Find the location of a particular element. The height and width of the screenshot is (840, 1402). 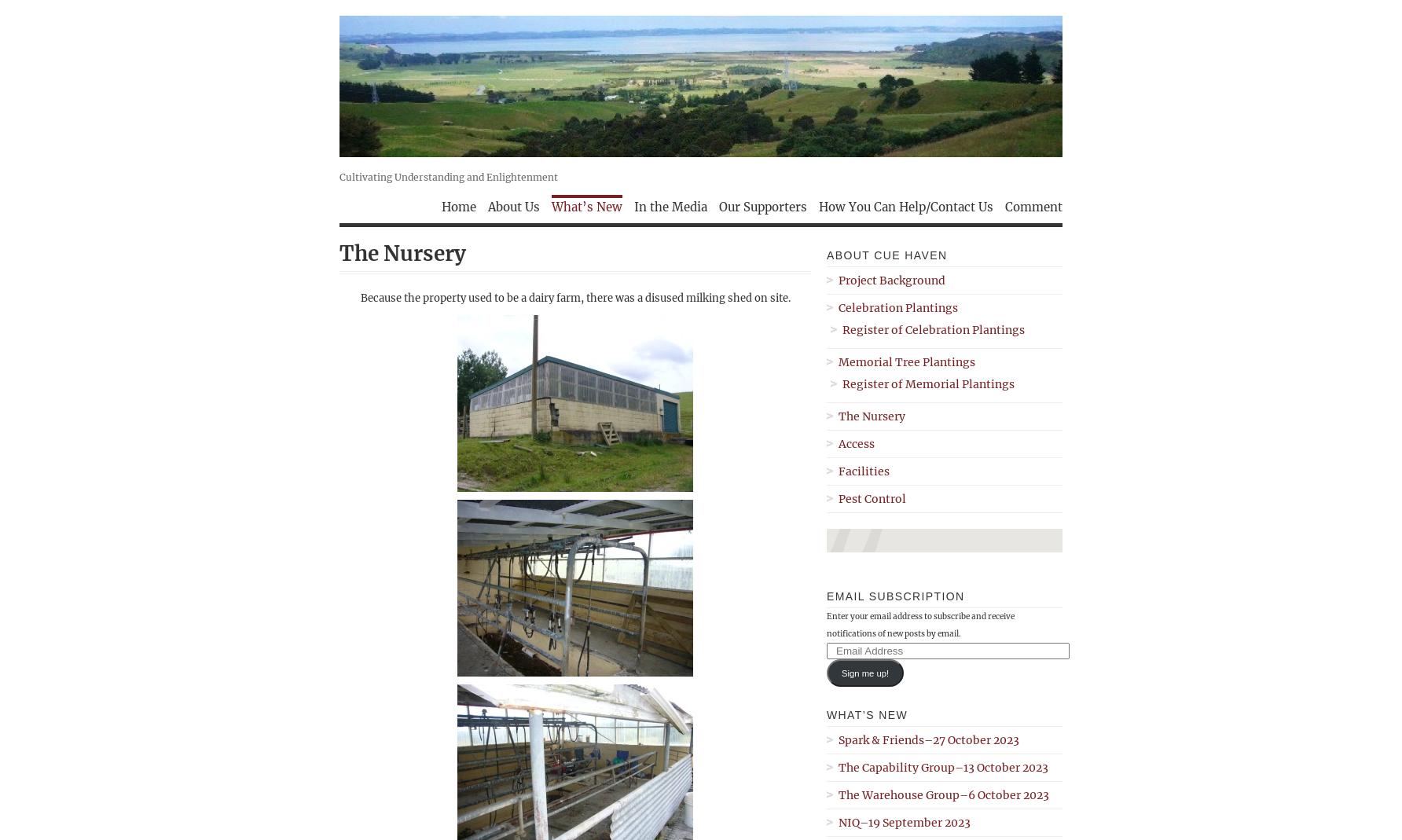

'The Warehouse Group–6 October 2023' is located at coordinates (943, 795).